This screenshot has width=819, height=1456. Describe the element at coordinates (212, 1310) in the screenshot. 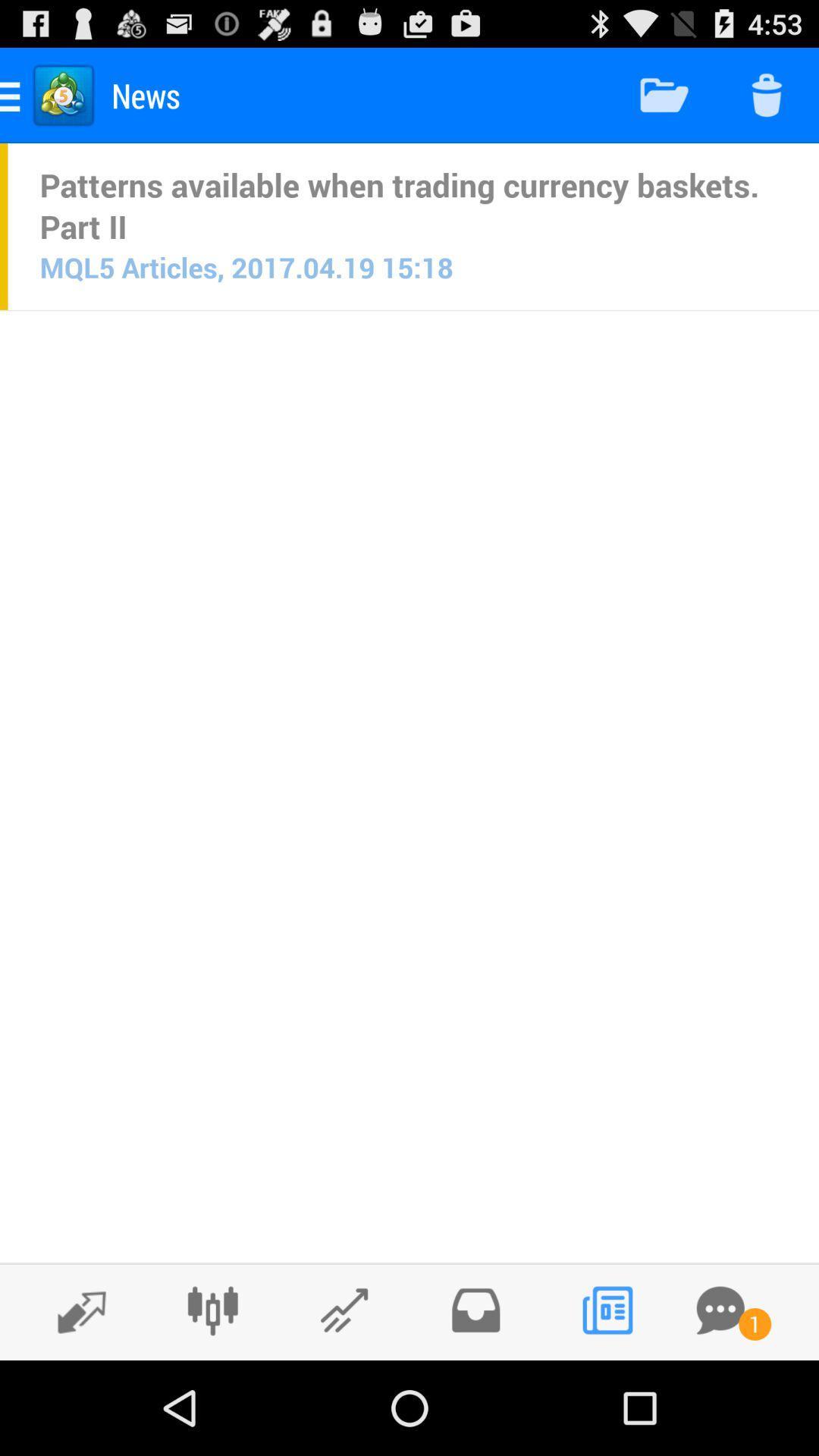

I see `options` at that location.